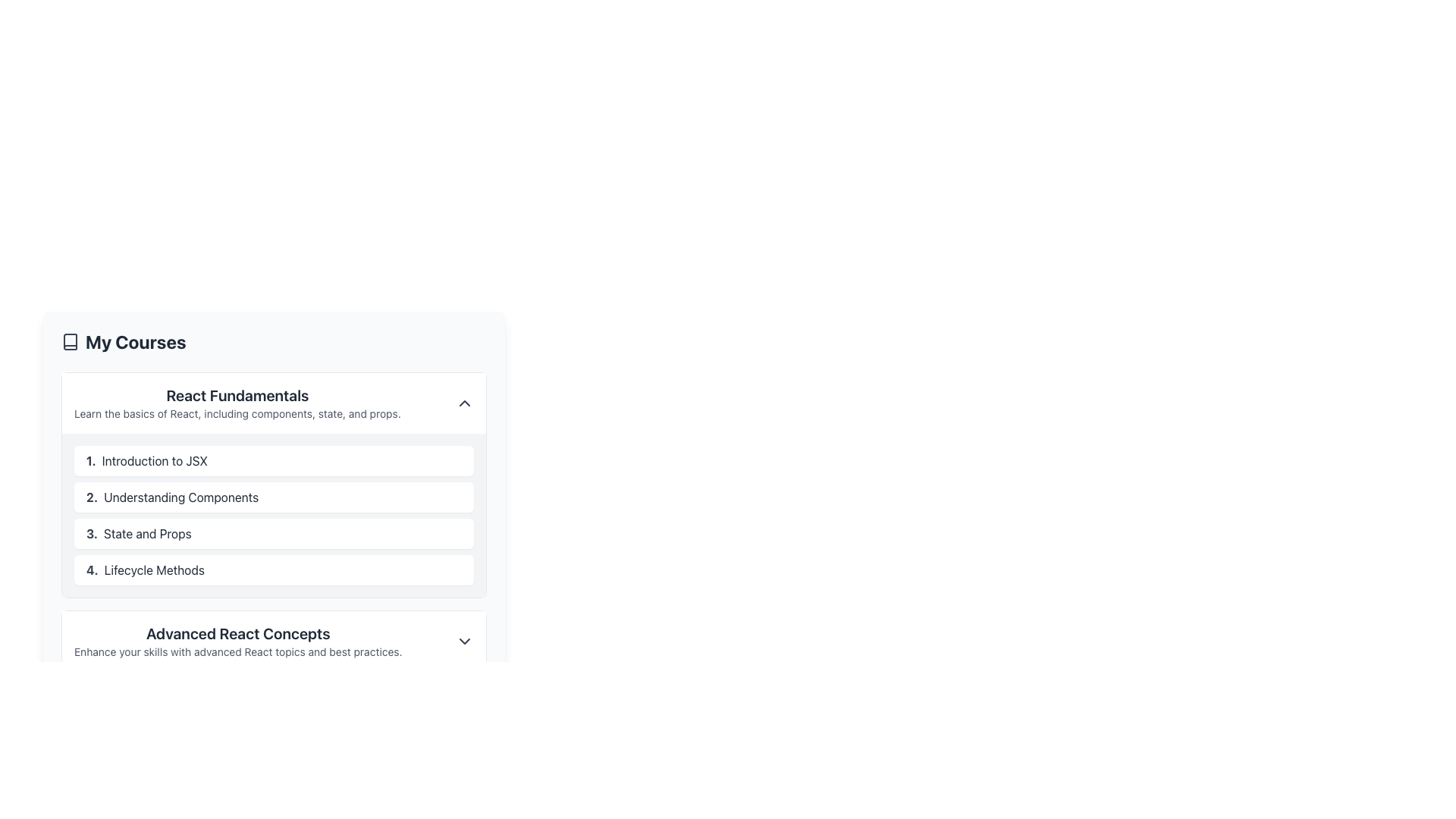 The height and width of the screenshot is (819, 1456). Describe the element at coordinates (237, 634) in the screenshot. I see `the primary heading text that identifies the content or context of the section, which is positioned above a subtitle about advanced React topics` at that location.